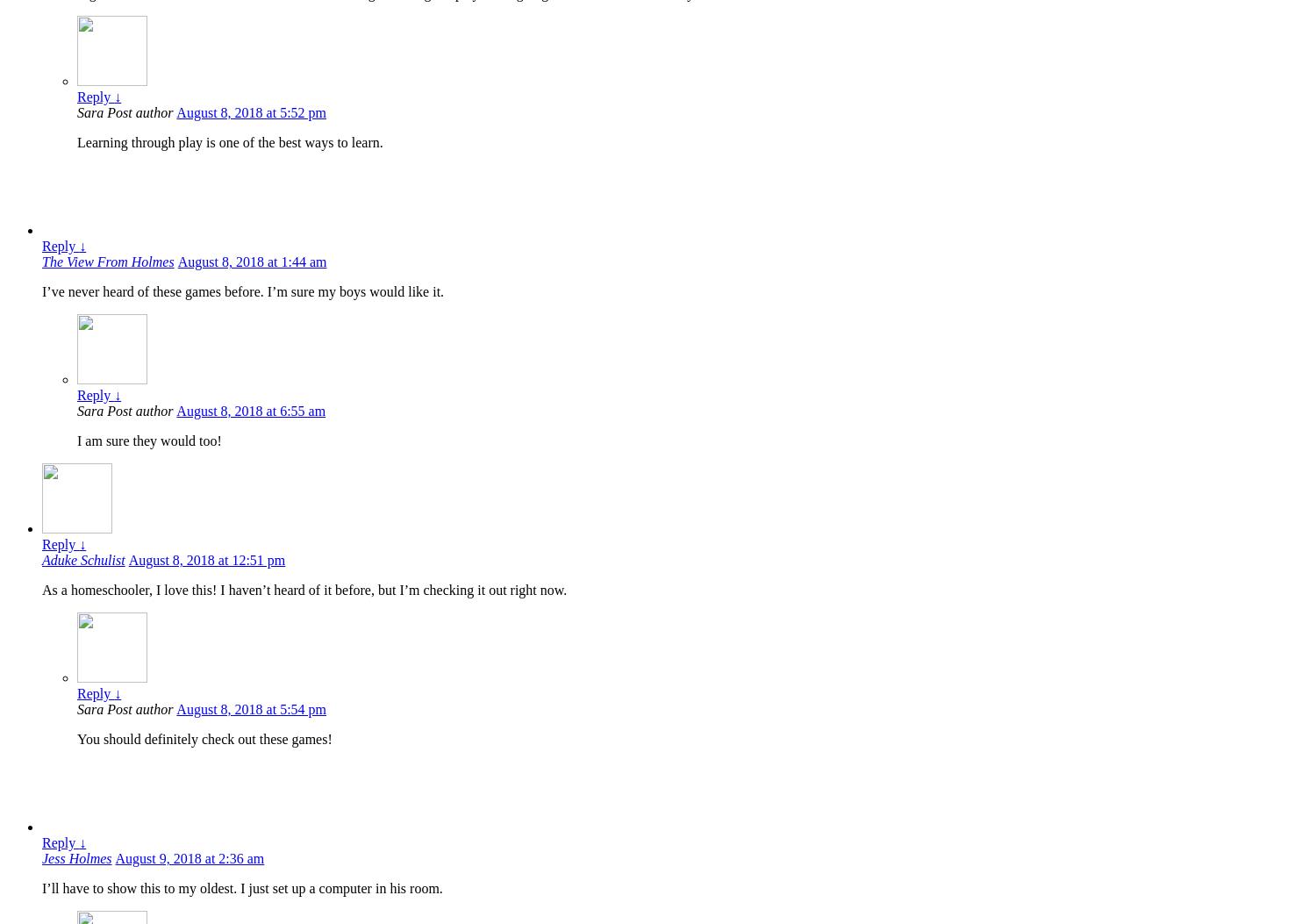 The image size is (1316, 924). I want to click on 'As a homeschooler, I love this! I haven’t heard of it before, but I’m checking it out right now.', so click(303, 590).